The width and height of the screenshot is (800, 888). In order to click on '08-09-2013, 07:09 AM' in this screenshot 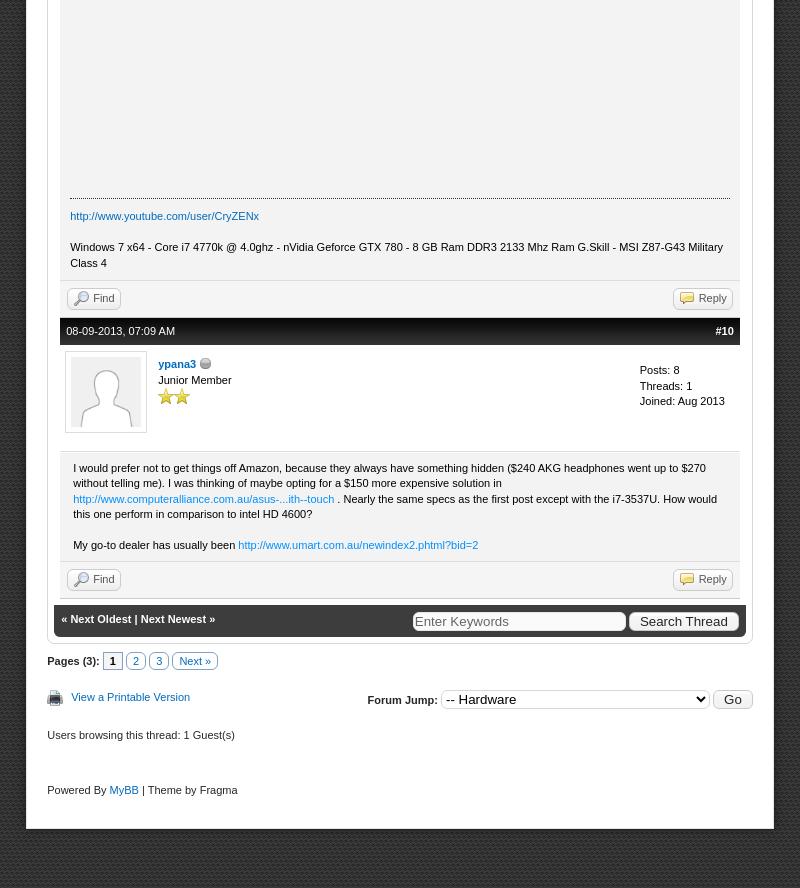, I will do `click(65, 329)`.